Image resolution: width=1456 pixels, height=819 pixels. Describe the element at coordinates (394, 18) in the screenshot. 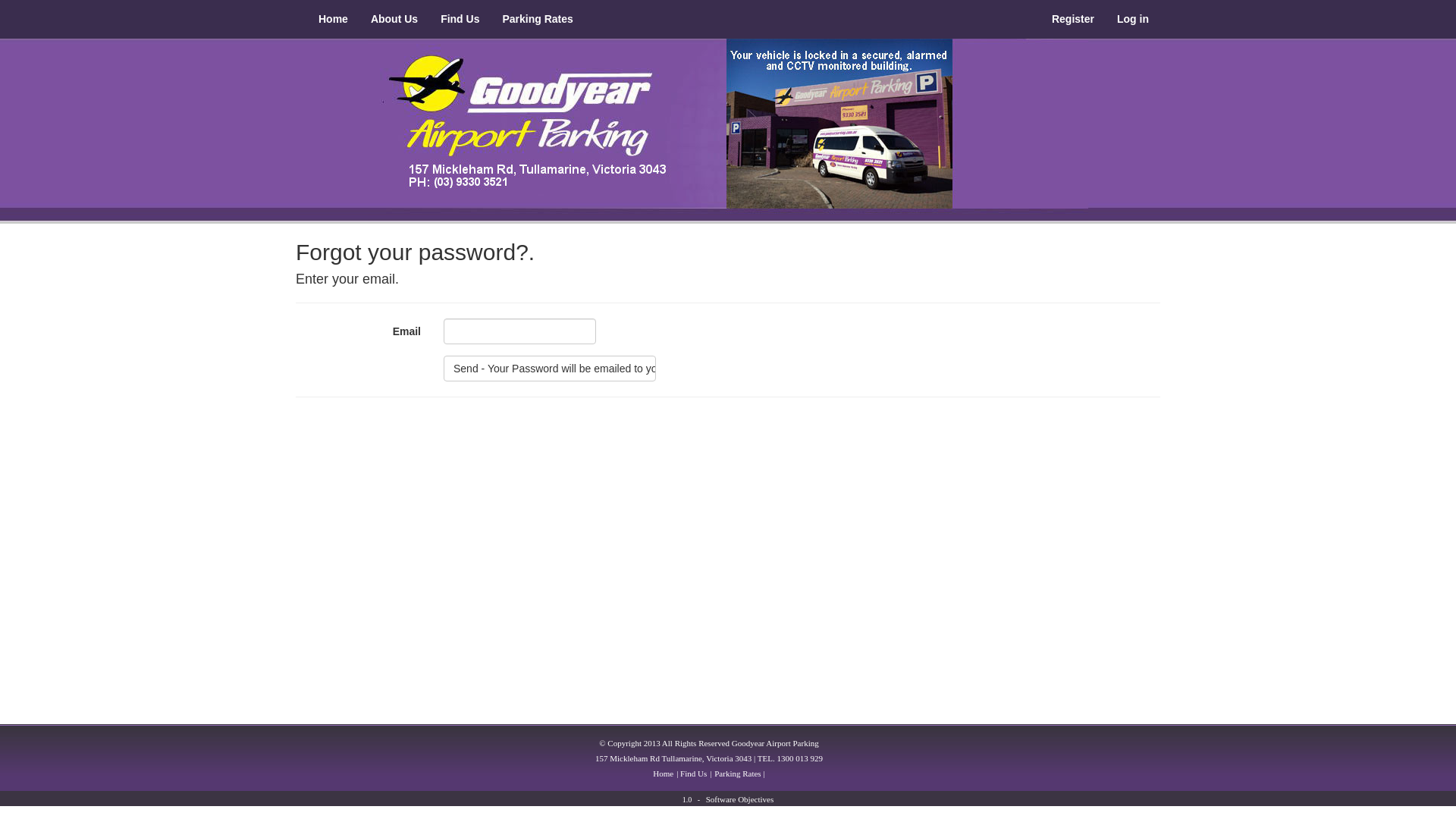

I see `'About Us'` at that location.